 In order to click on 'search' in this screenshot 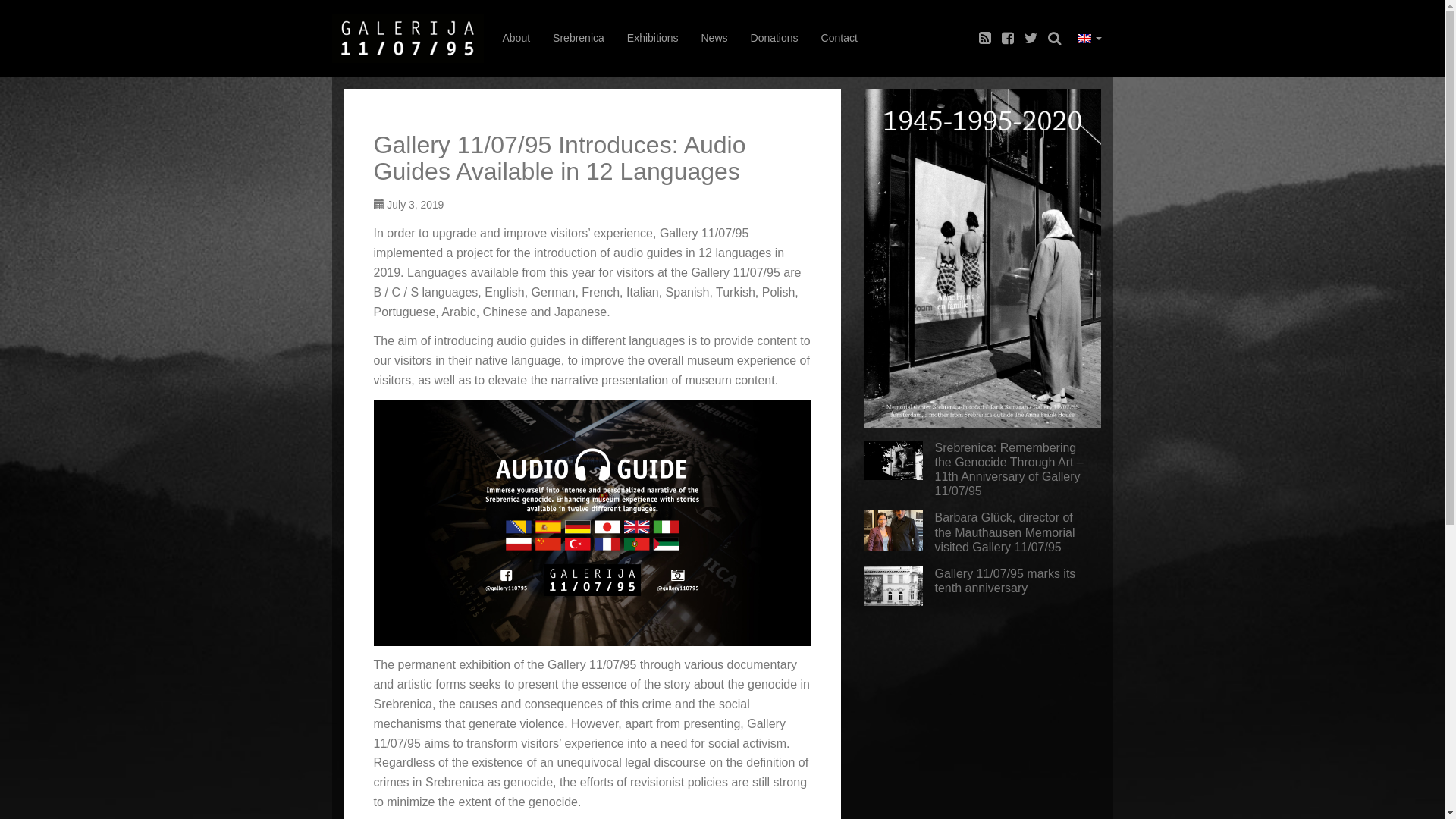, I will do `click(1053, 37)`.